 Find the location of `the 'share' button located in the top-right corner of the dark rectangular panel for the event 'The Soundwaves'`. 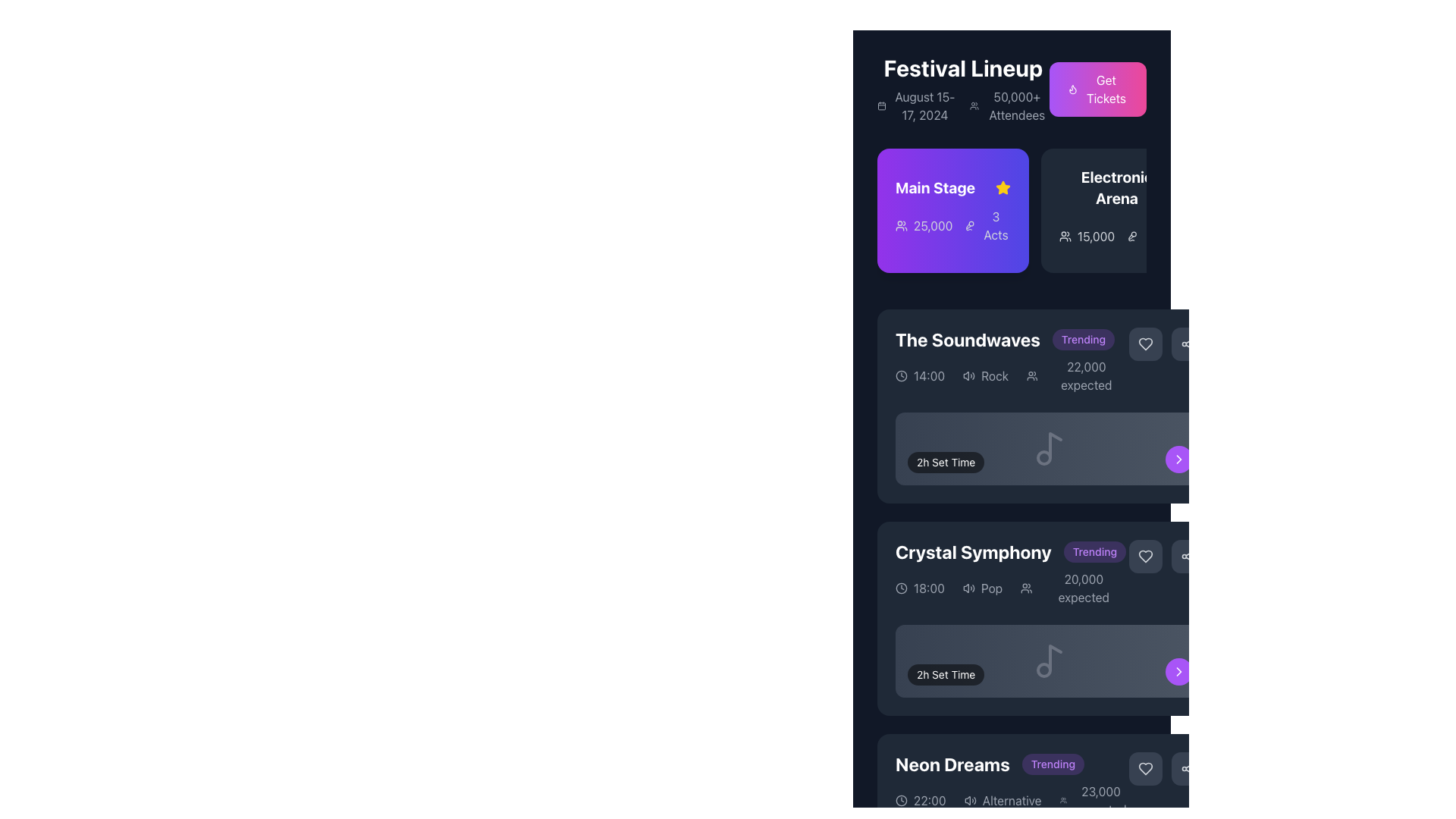

the 'share' button located in the top-right corner of the dark rectangular panel for the event 'The Soundwaves' is located at coordinates (1187, 344).